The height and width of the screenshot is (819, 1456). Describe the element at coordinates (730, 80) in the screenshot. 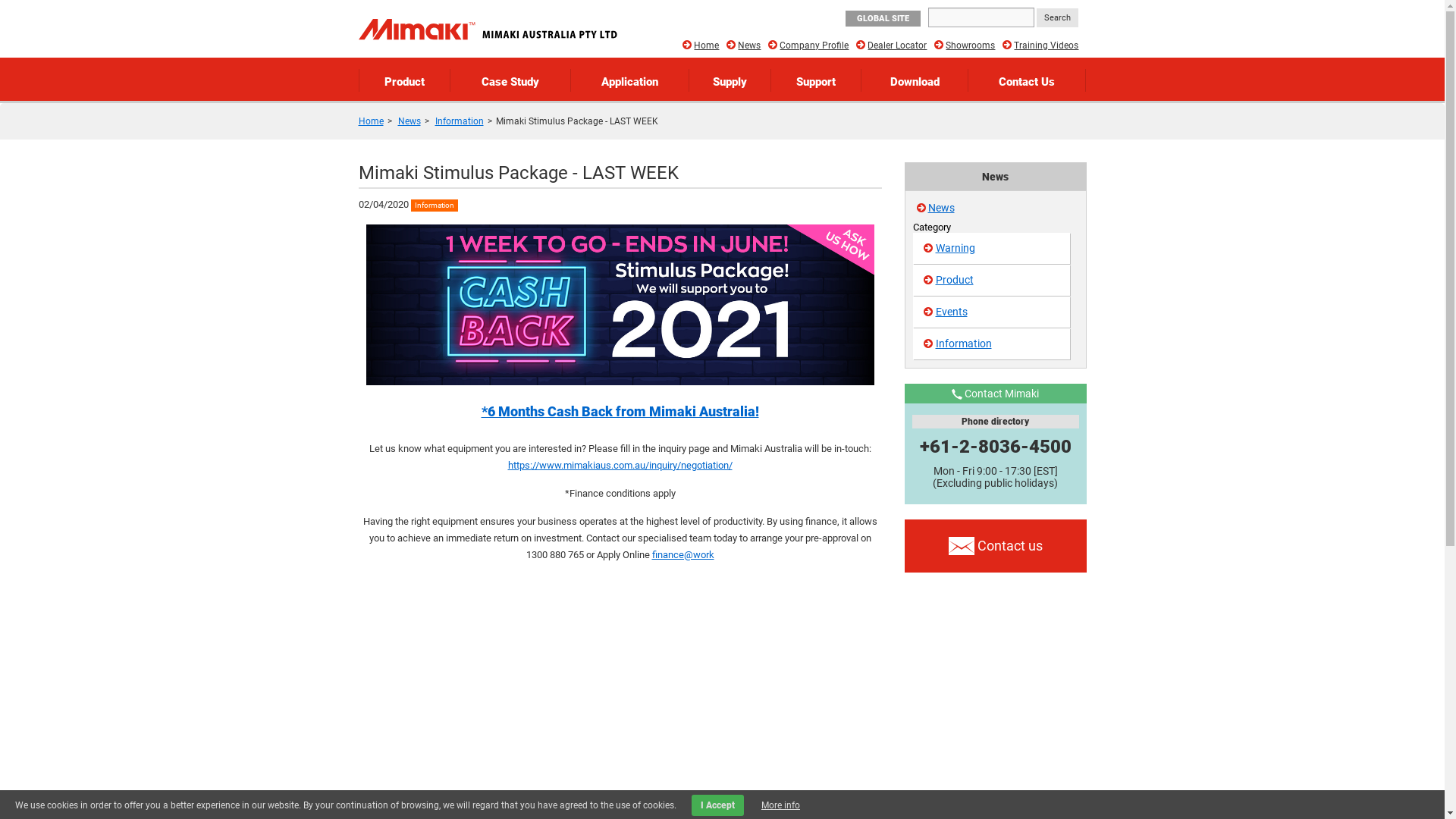

I see `'Supply'` at that location.